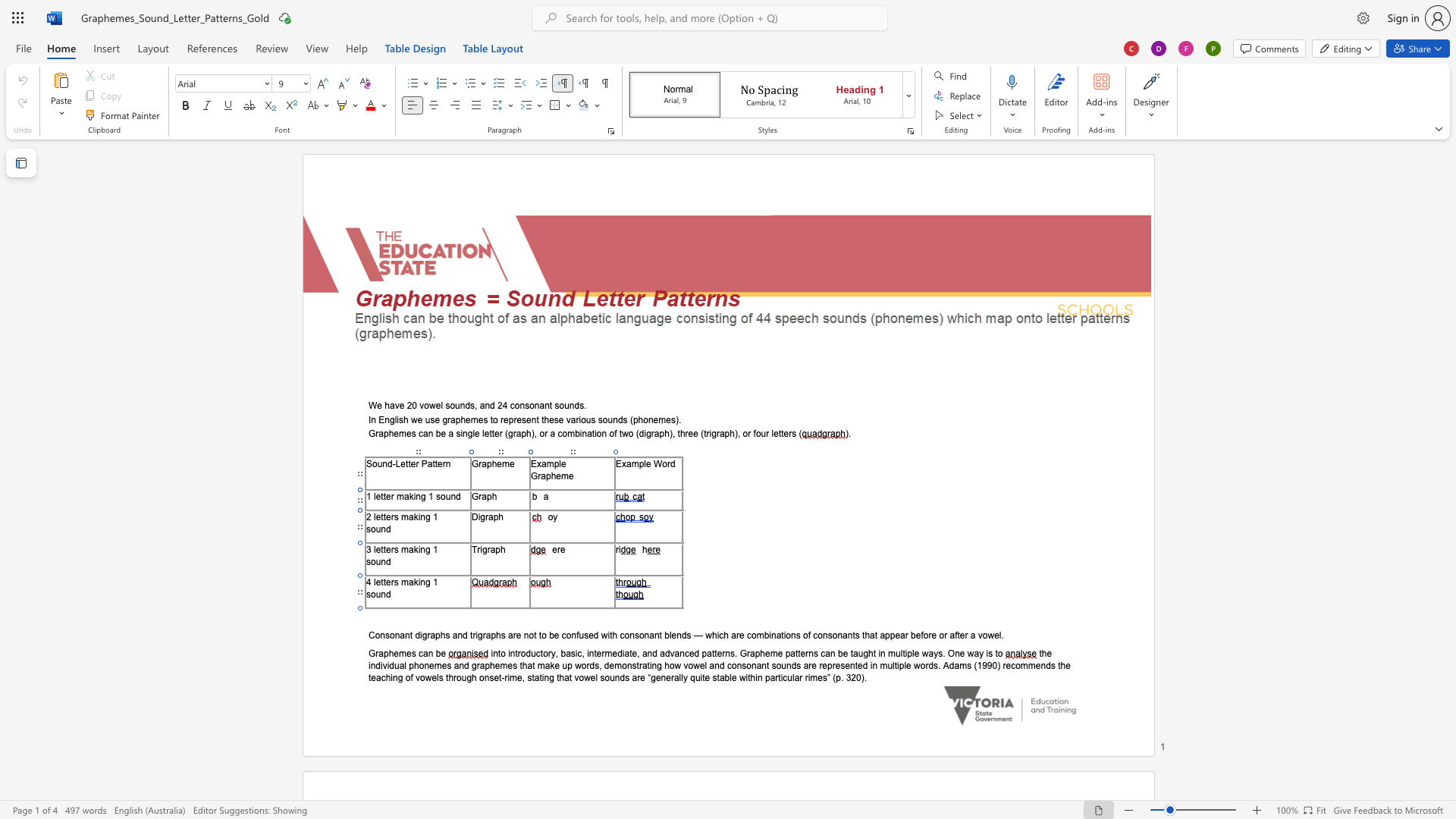  Describe the element at coordinates (580, 635) in the screenshot. I see `the 1th character "u" in the text` at that location.